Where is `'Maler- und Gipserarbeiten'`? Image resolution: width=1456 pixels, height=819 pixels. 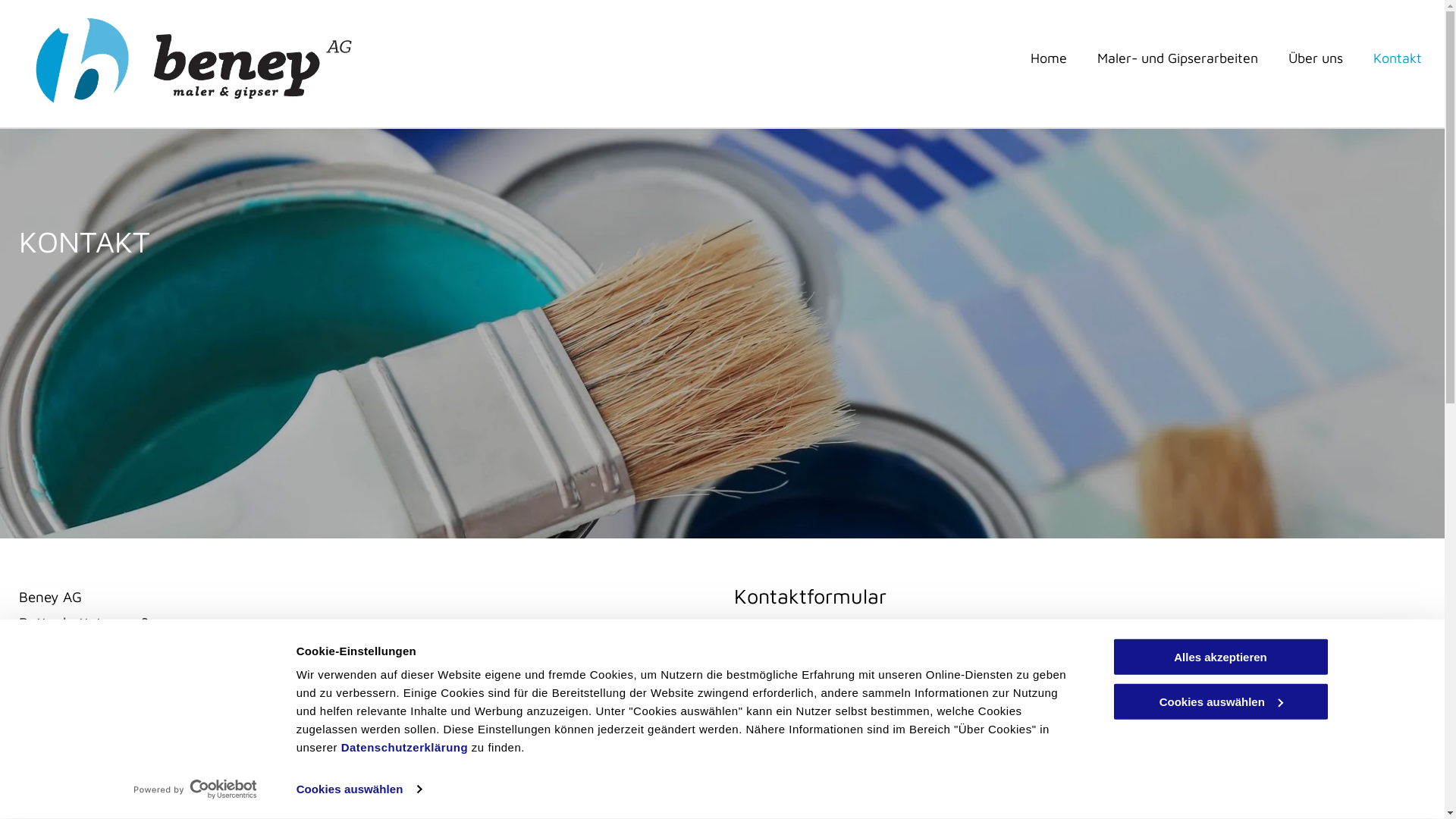 'Maler- und Gipserarbeiten' is located at coordinates (1177, 57).